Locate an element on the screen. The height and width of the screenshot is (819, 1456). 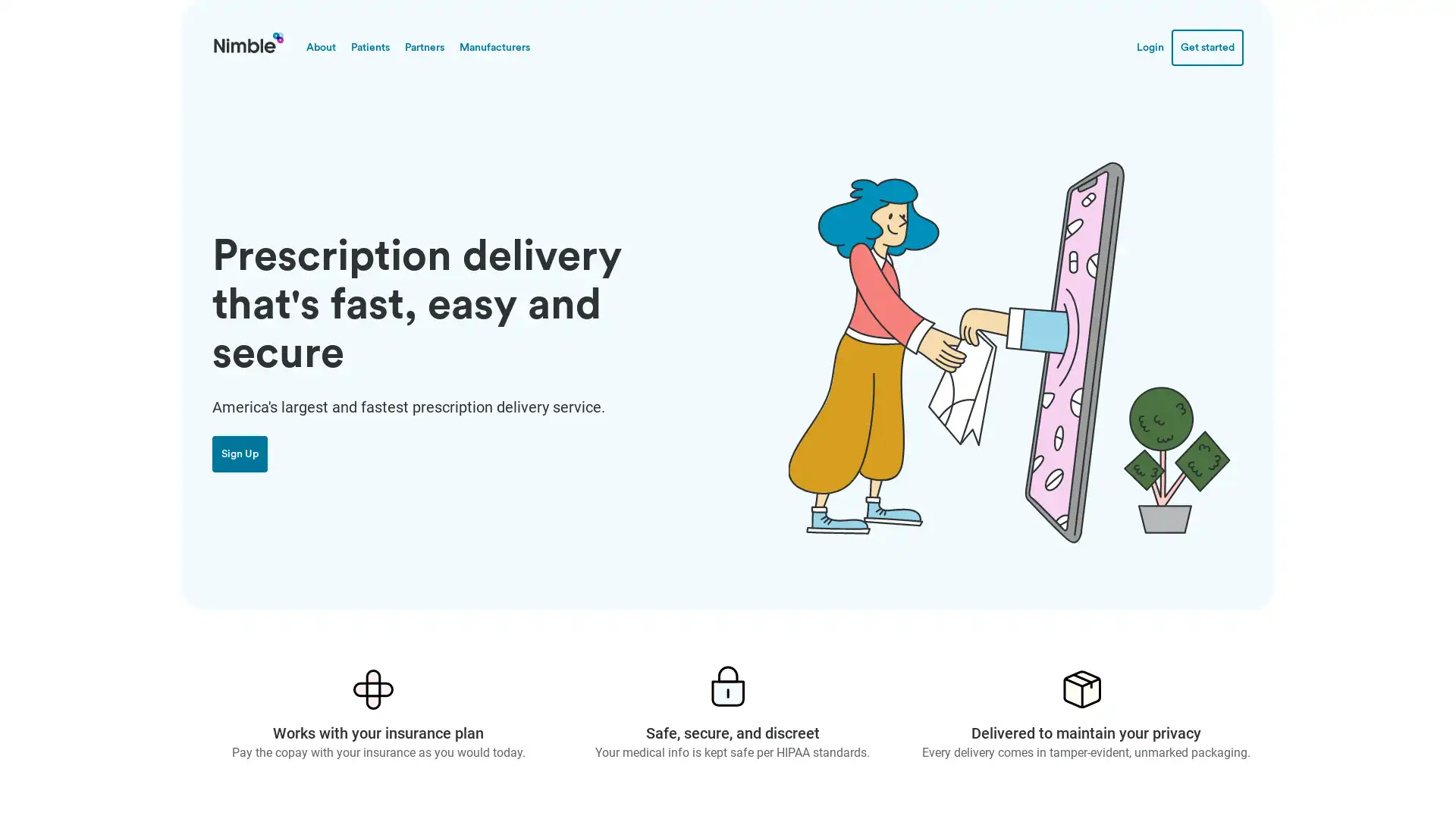
Partners is located at coordinates (425, 45).